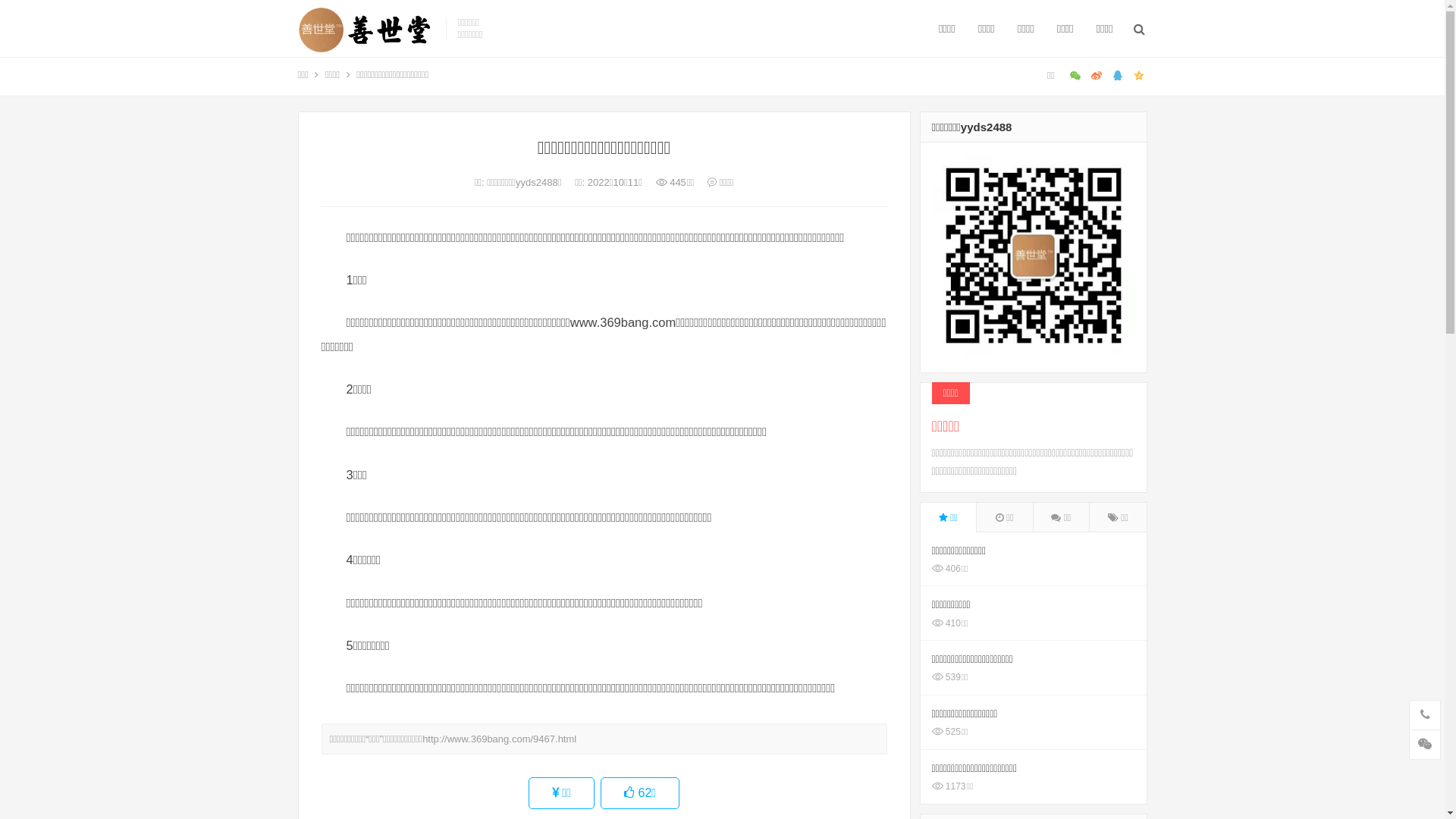  Describe the element at coordinates (499, 738) in the screenshot. I see `'http://www.369bang.com/9467.html'` at that location.